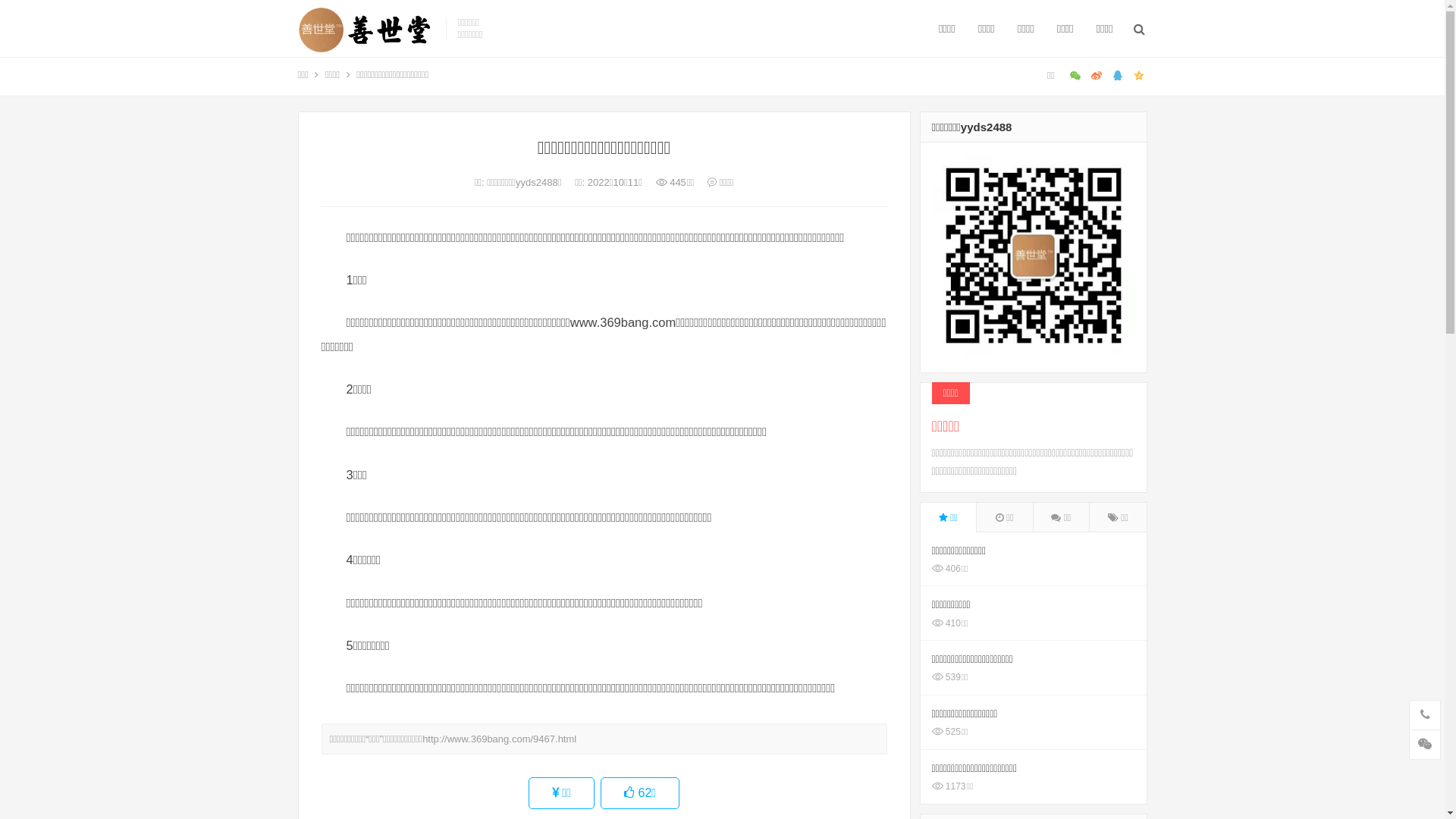  Describe the element at coordinates (499, 738) in the screenshot. I see `'http://www.369bang.com/9467.html'` at that location.